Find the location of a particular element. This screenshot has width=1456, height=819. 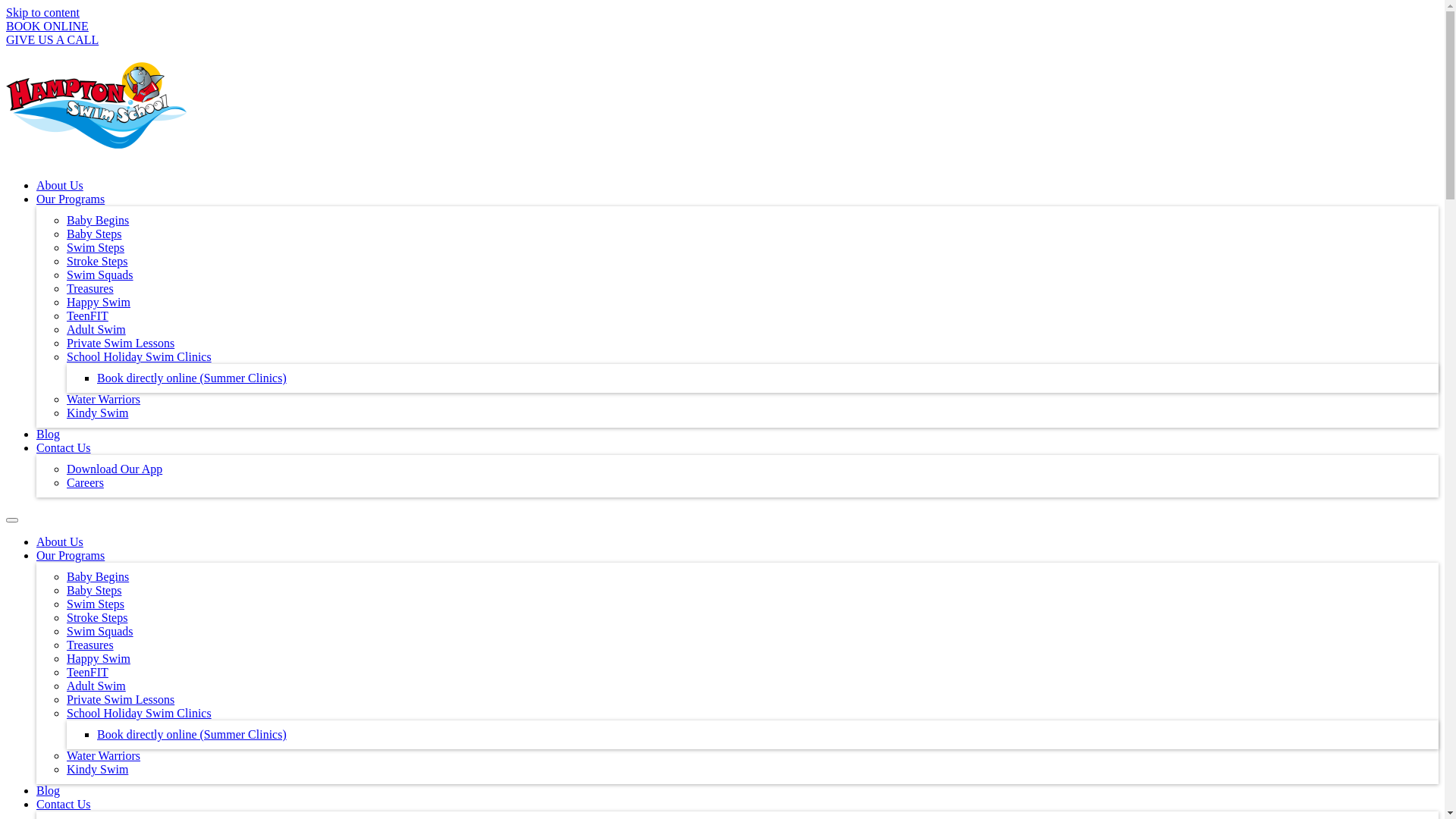

'School Holiday Swim Clinics' is located at coordinates (139, 713).